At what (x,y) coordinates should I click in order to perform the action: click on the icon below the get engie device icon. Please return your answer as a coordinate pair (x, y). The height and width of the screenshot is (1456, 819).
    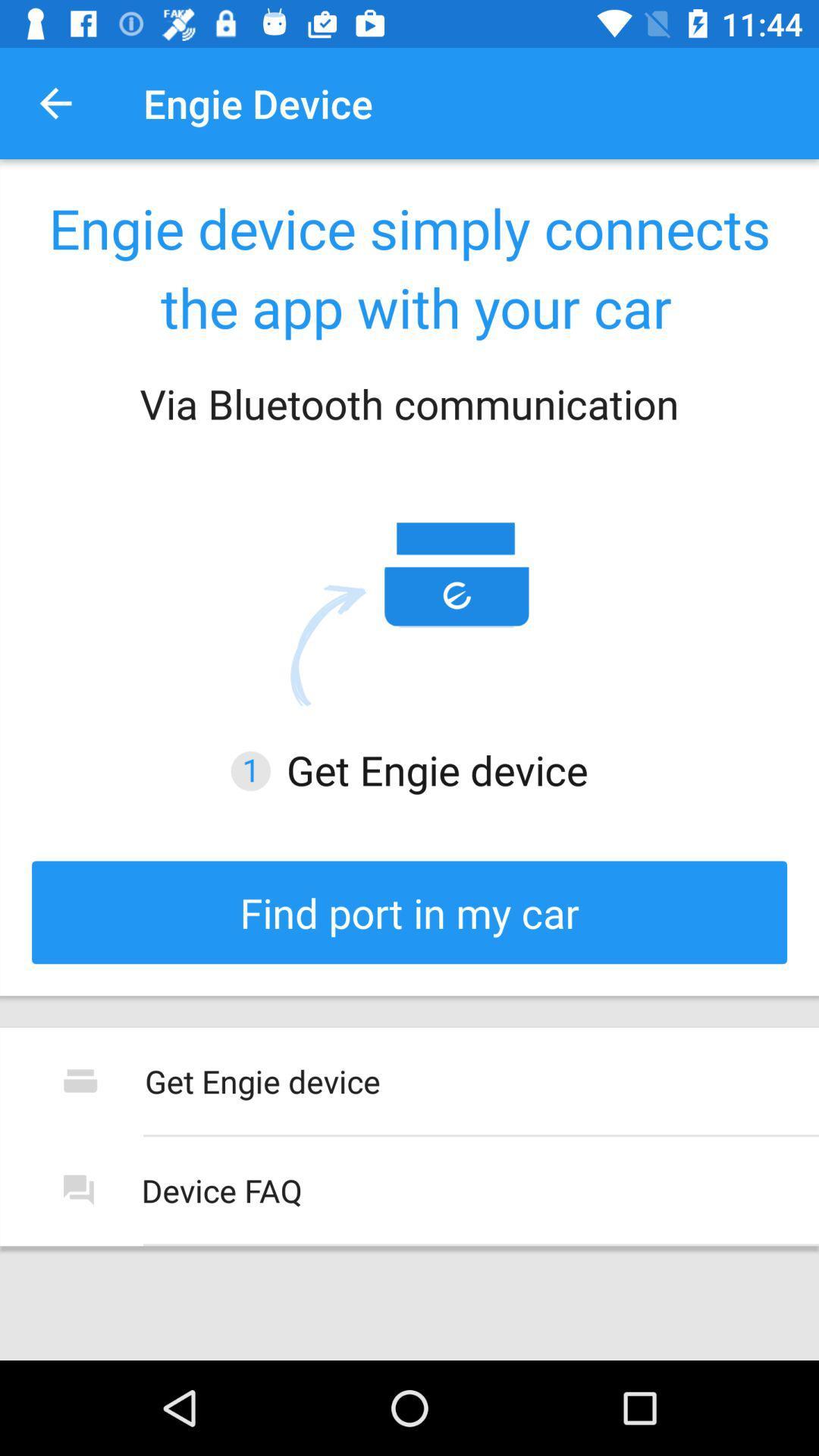
    Looking at the image, I should click on (409, 912).